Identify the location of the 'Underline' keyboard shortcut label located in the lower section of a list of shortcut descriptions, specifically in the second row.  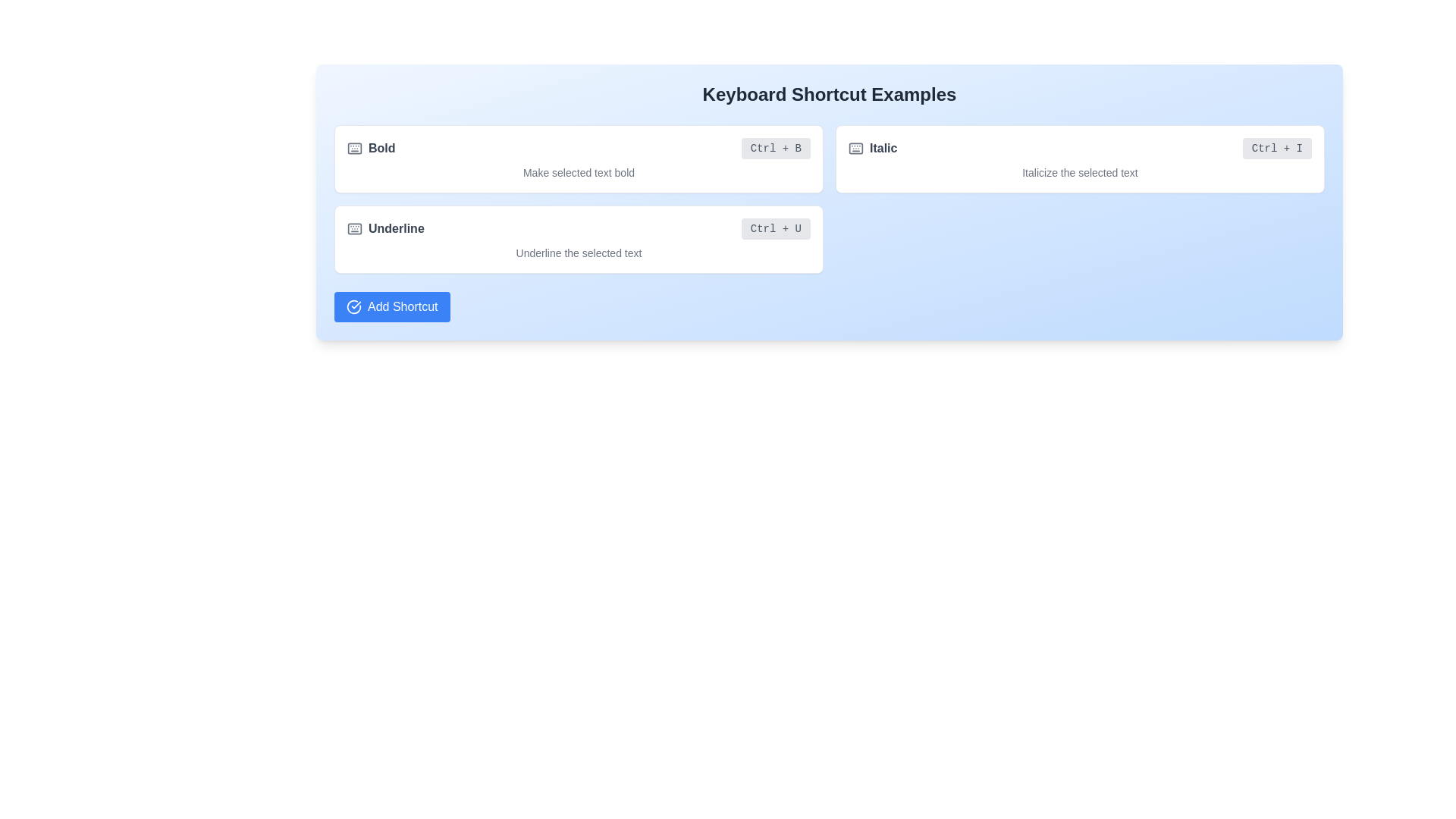
(396, 228).